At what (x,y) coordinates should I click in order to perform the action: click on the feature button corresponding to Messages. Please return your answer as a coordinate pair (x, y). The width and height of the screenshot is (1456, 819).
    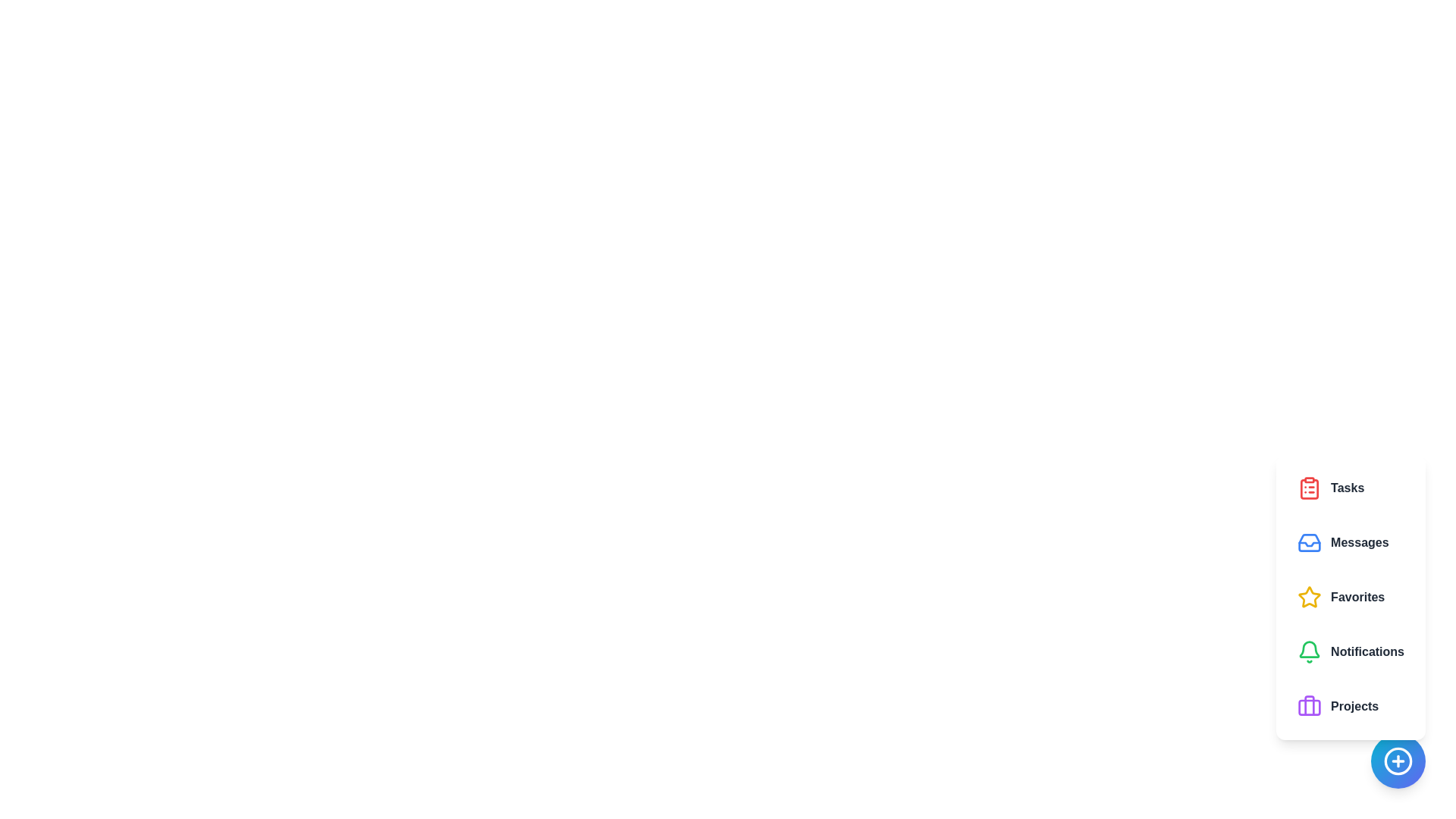
    Looking at the image, I should click on (1350, 542).